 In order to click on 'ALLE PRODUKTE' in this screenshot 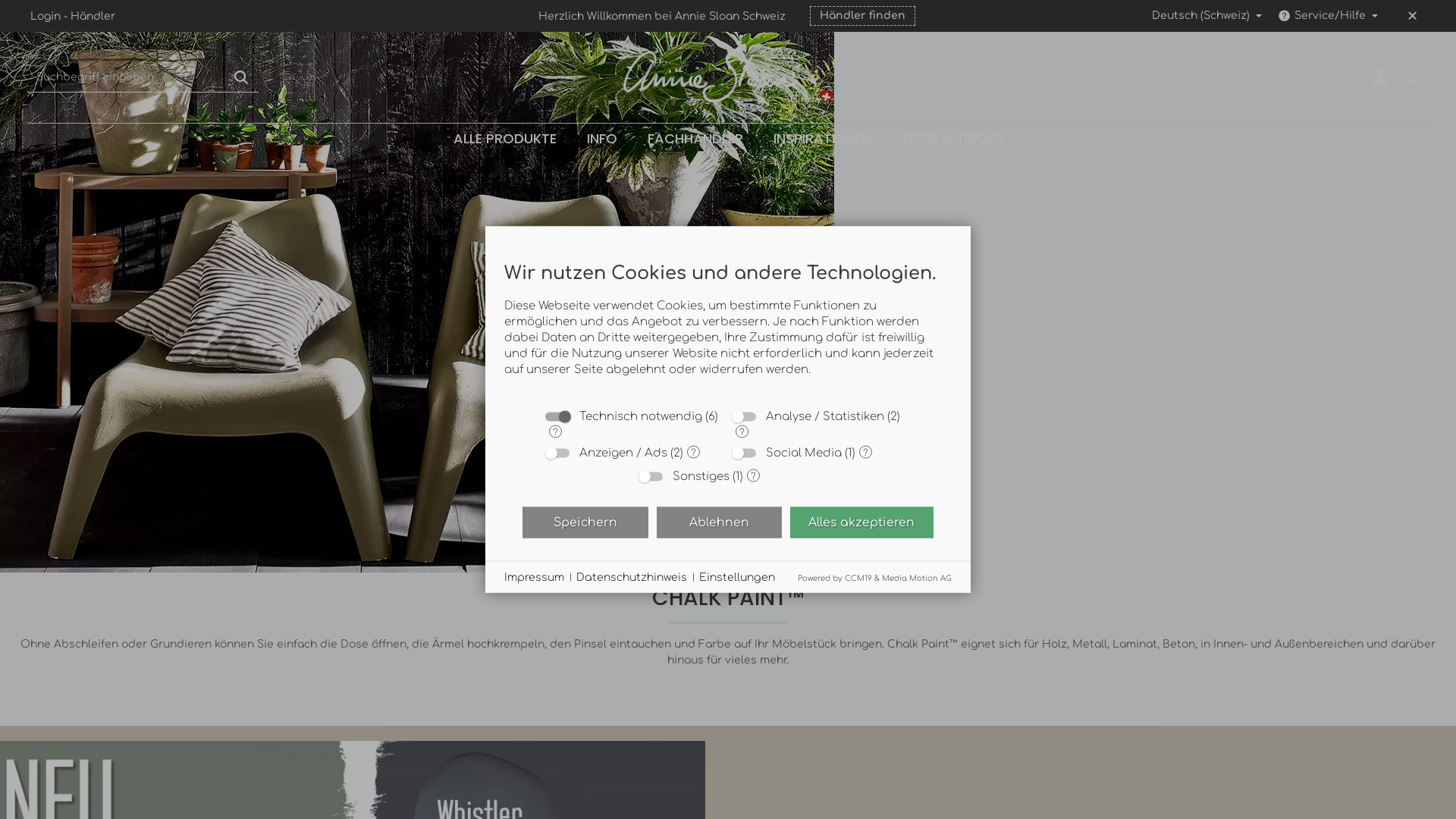, I will do `click(437, 138)`.